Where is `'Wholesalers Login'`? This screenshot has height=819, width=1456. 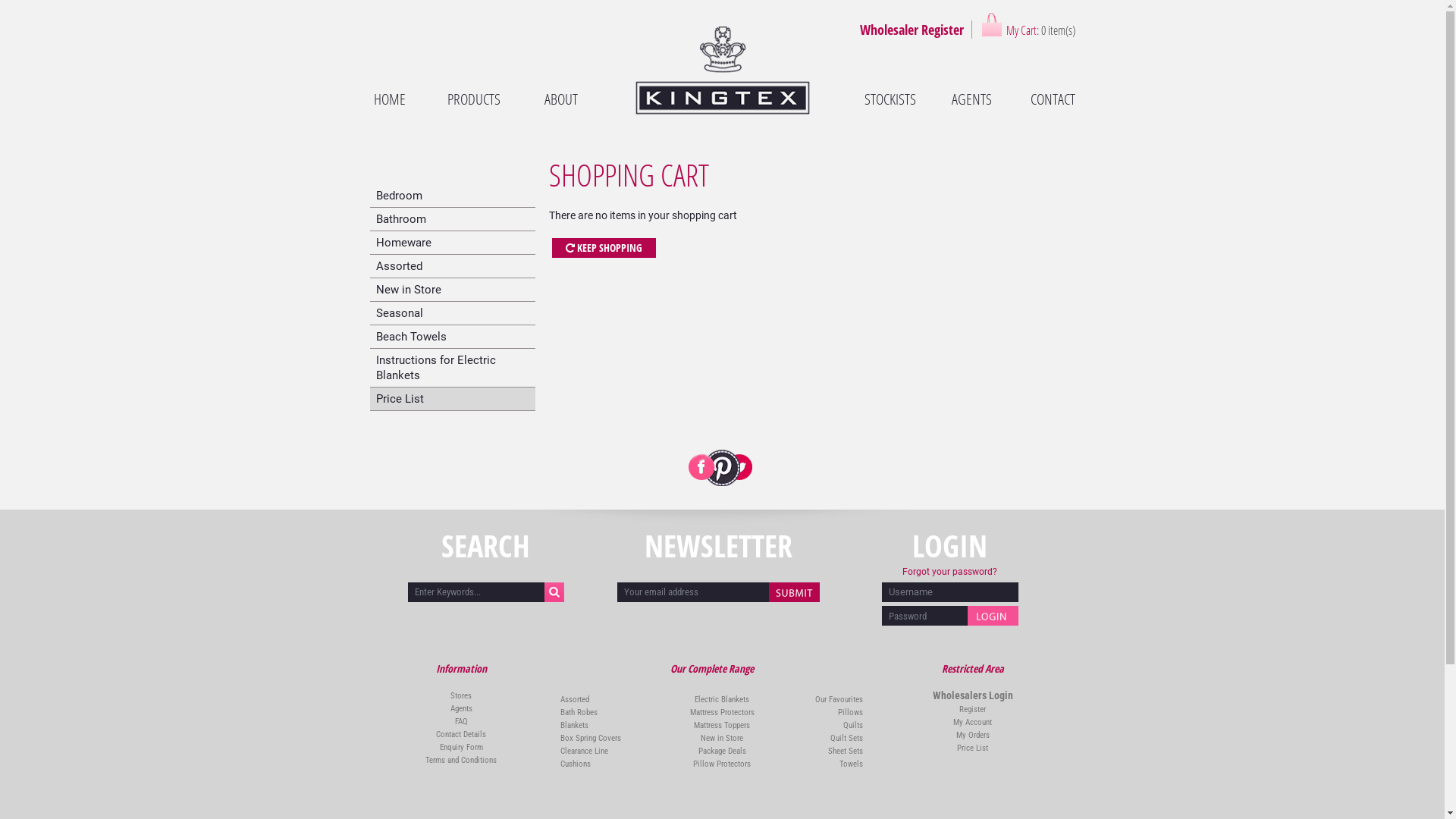 'Wholesalers Login' is located at coordinates (972, 695).